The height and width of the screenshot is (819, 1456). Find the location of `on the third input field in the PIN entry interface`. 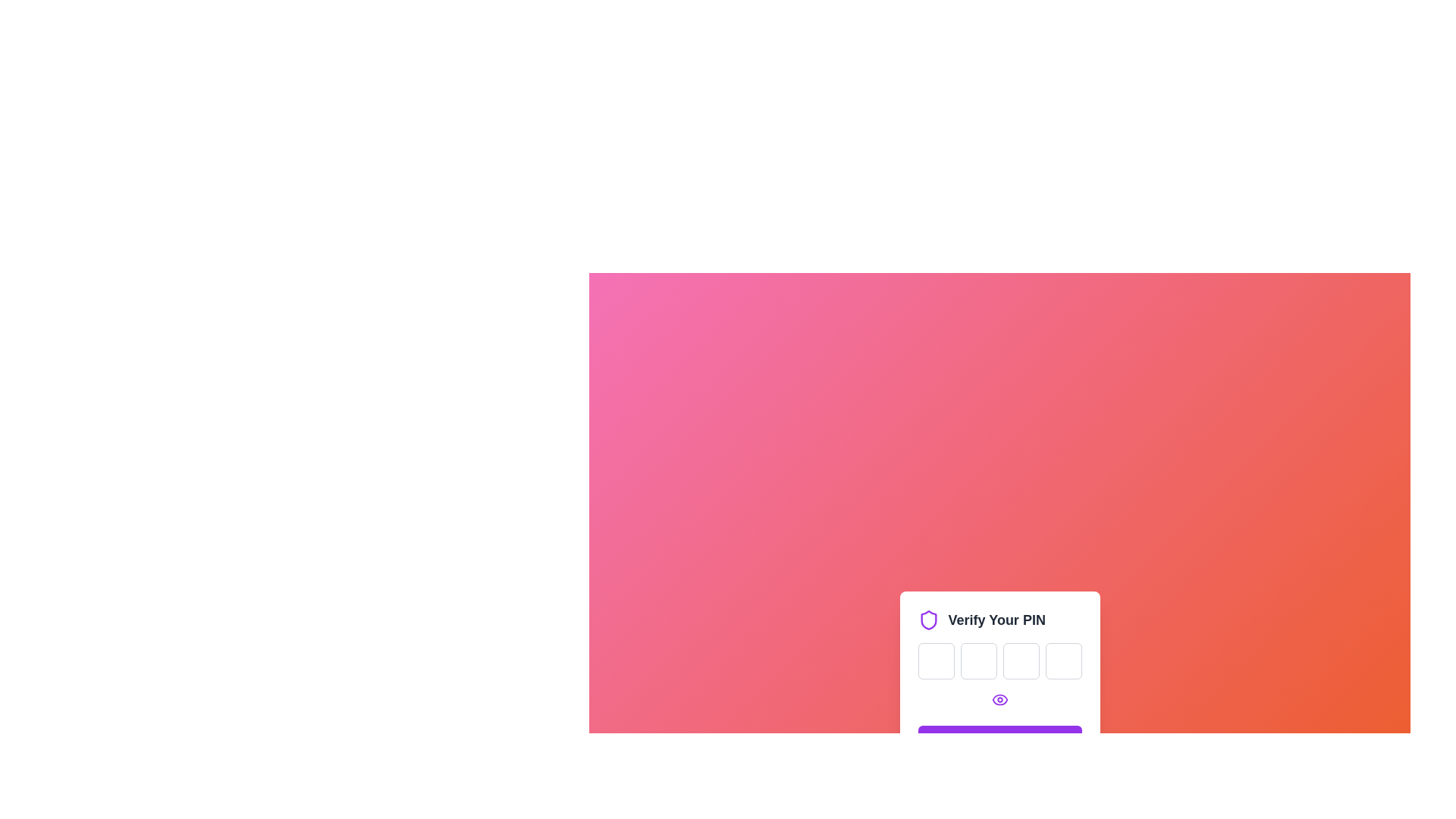

on the third input field in the PIN entry interface is located at coordinates (1021, 660).